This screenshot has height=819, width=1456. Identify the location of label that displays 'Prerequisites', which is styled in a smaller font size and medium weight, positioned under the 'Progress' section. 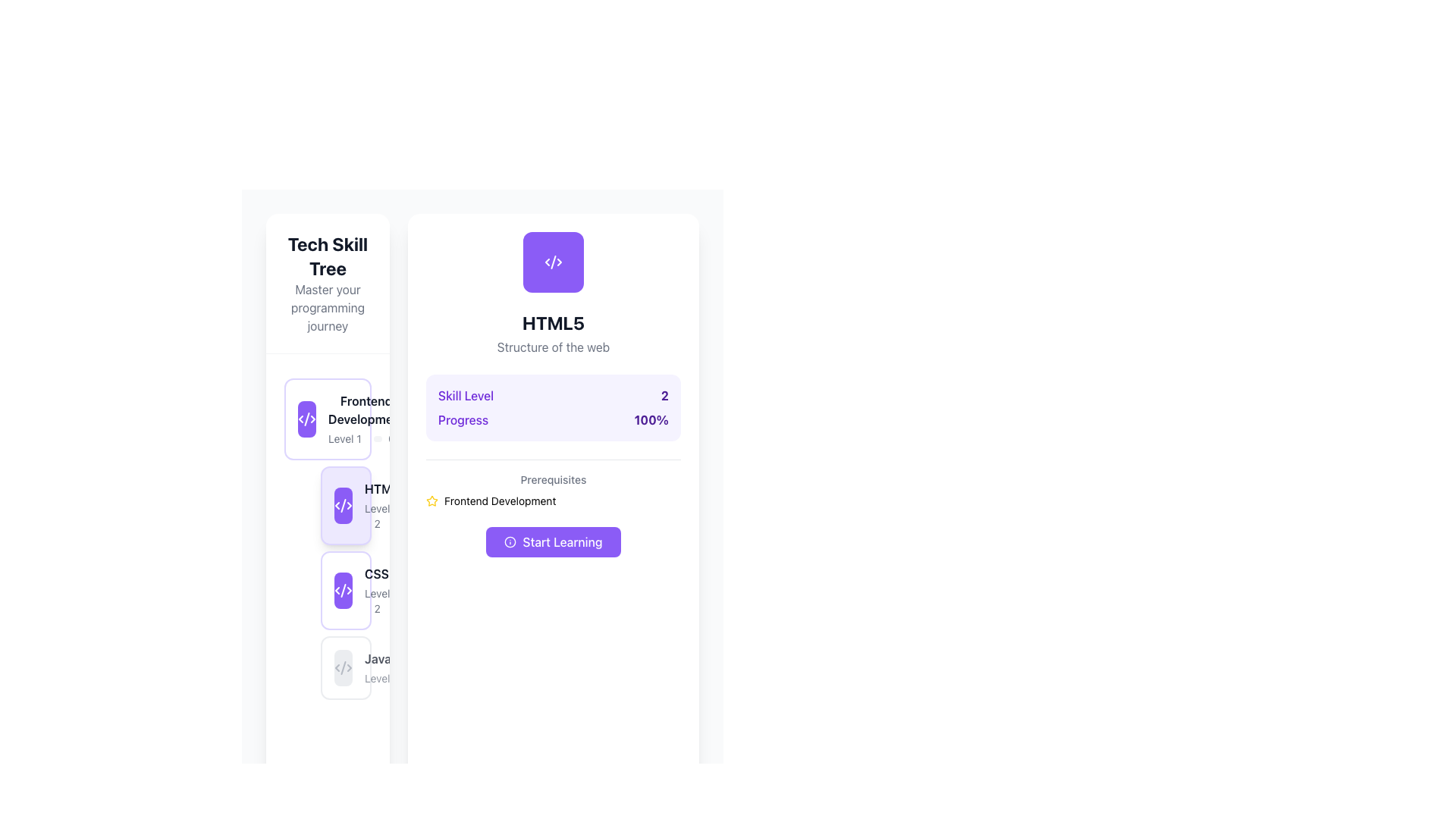
(552, 479).